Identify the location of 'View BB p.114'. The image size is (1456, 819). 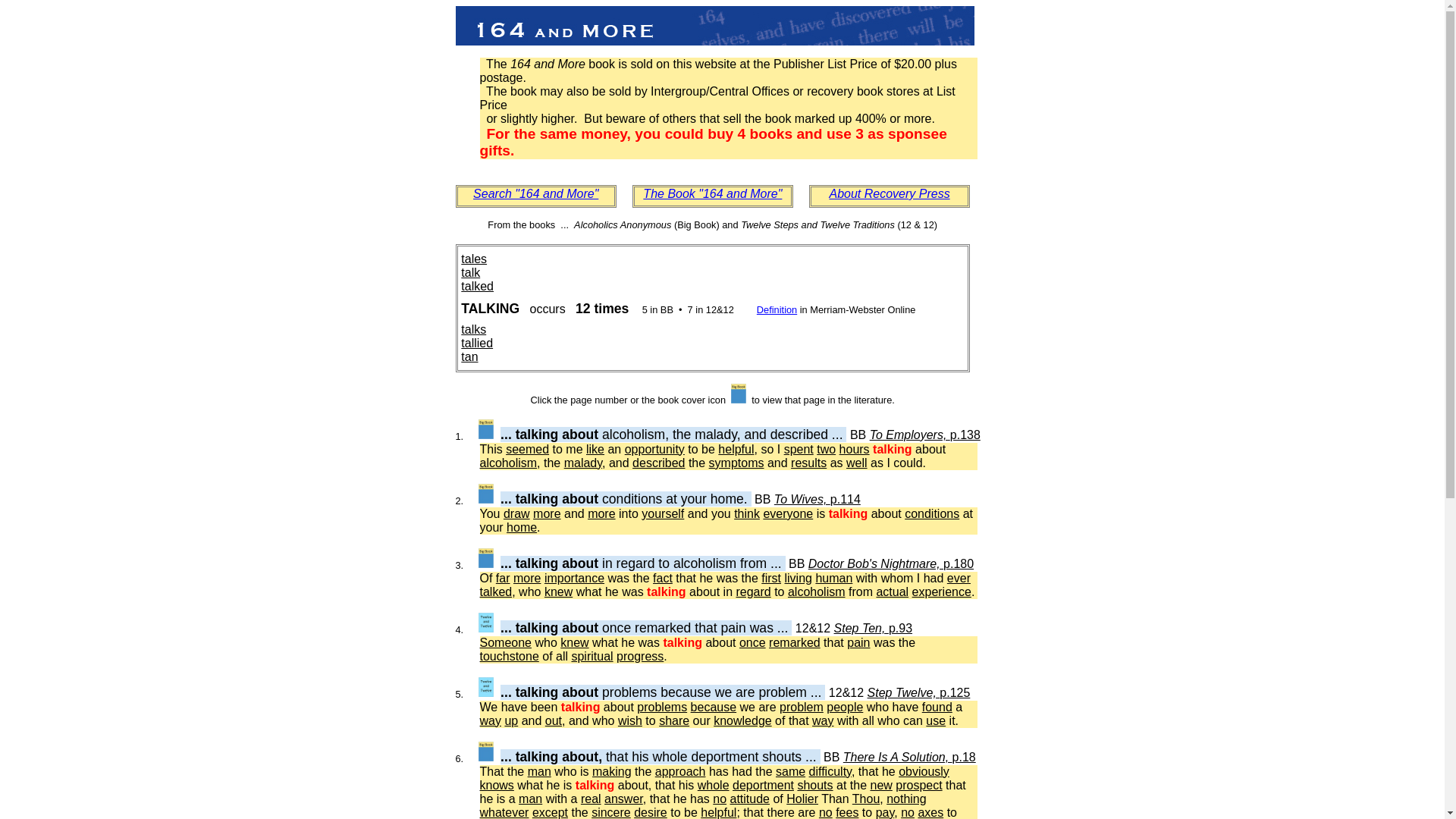
(477, 494).